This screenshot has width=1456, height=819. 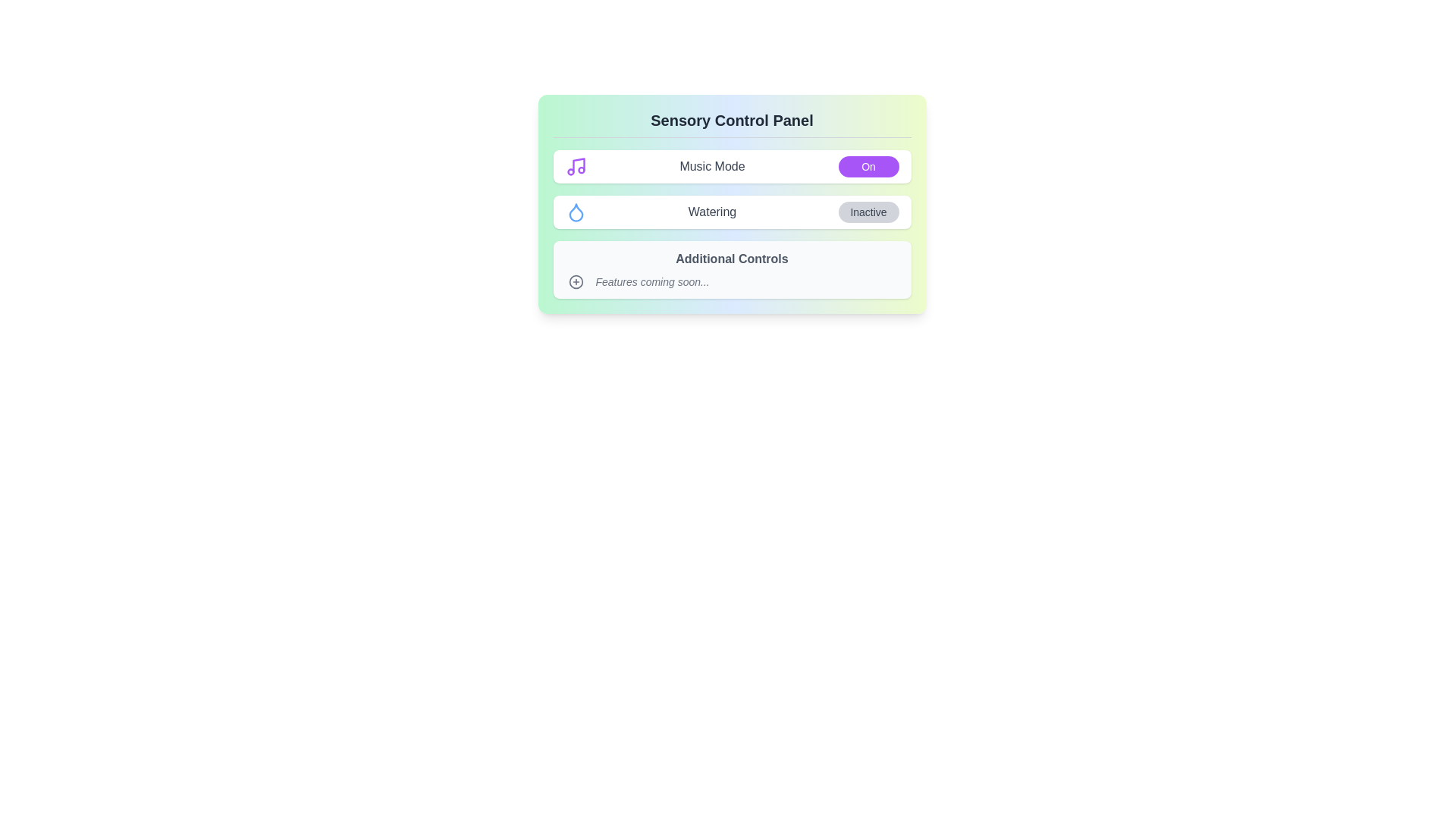 I want to click on the circular icon in the 'Additional Controls' section, which is associated with the label 'Features coming soon...', so click(x=575, y=281).